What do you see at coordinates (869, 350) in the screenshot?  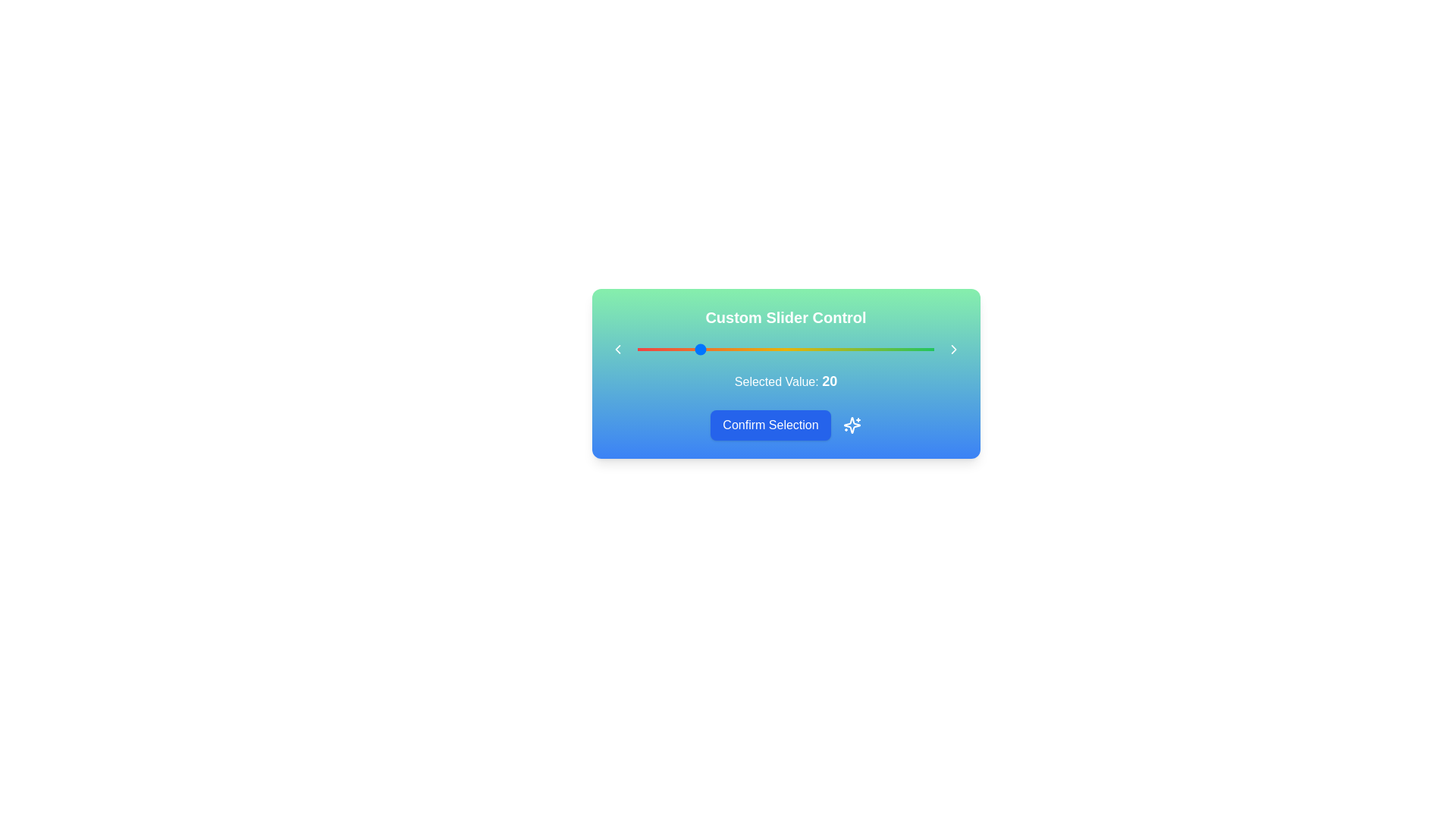 I see `the slider to 78 by dragging the handle` at bounding box center [869, 350].